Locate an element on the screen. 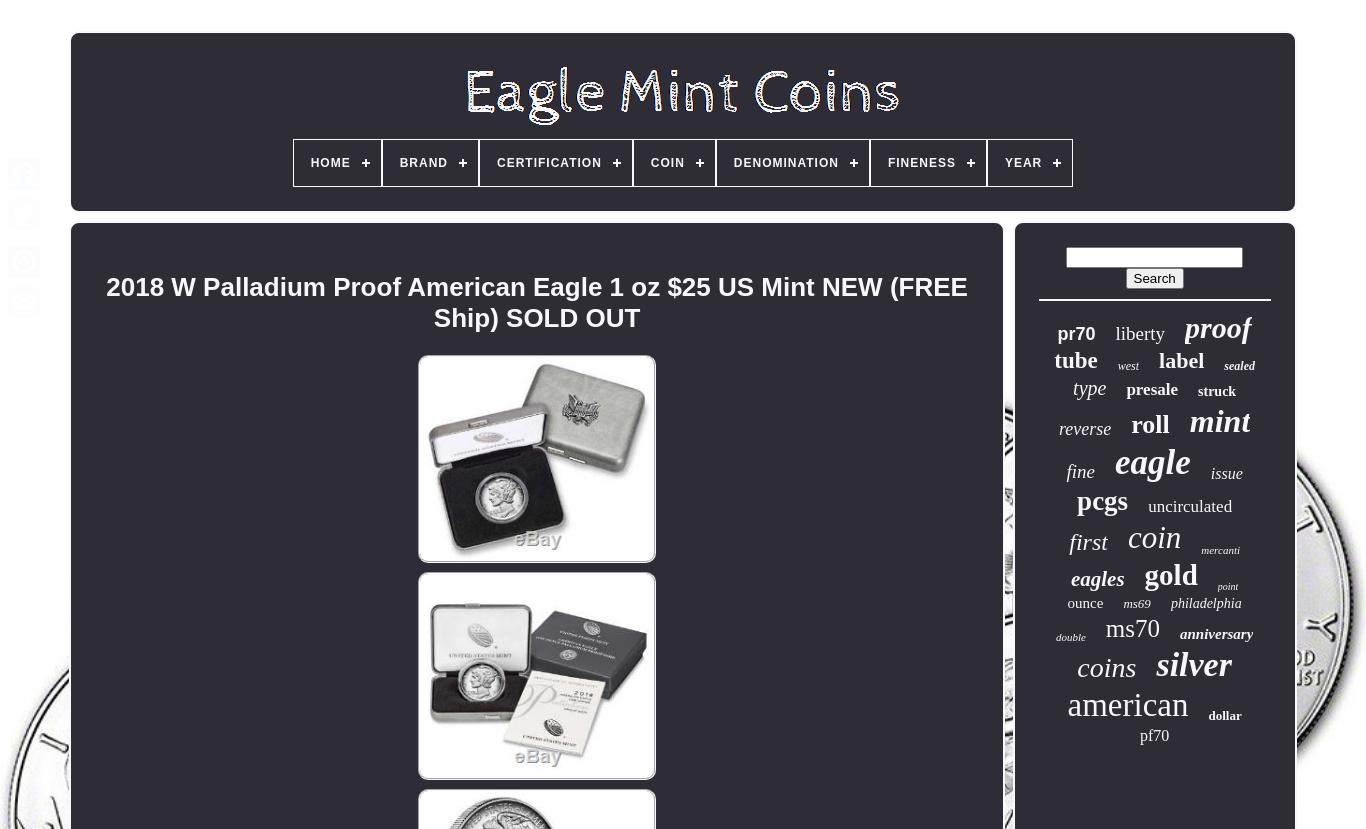 The height and width of the screenshot is (829, 1366). 'pf70' is located at coordinates (1153, 734).